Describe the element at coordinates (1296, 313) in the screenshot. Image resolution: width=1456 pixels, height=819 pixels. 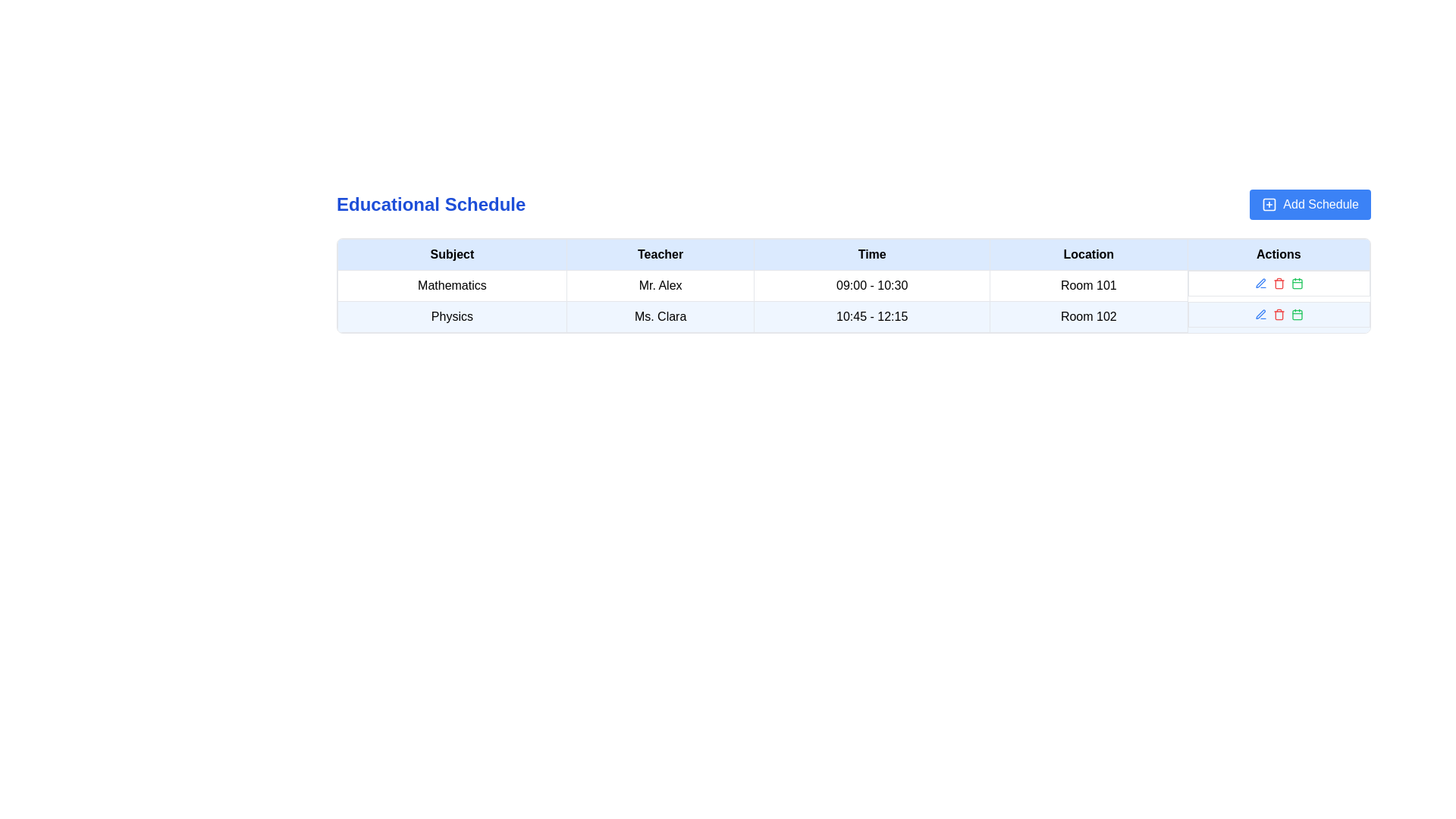
I see `the action button located in the 'Actions' column of the last row corresponding to 'Physics' in the schedule table` at that location.